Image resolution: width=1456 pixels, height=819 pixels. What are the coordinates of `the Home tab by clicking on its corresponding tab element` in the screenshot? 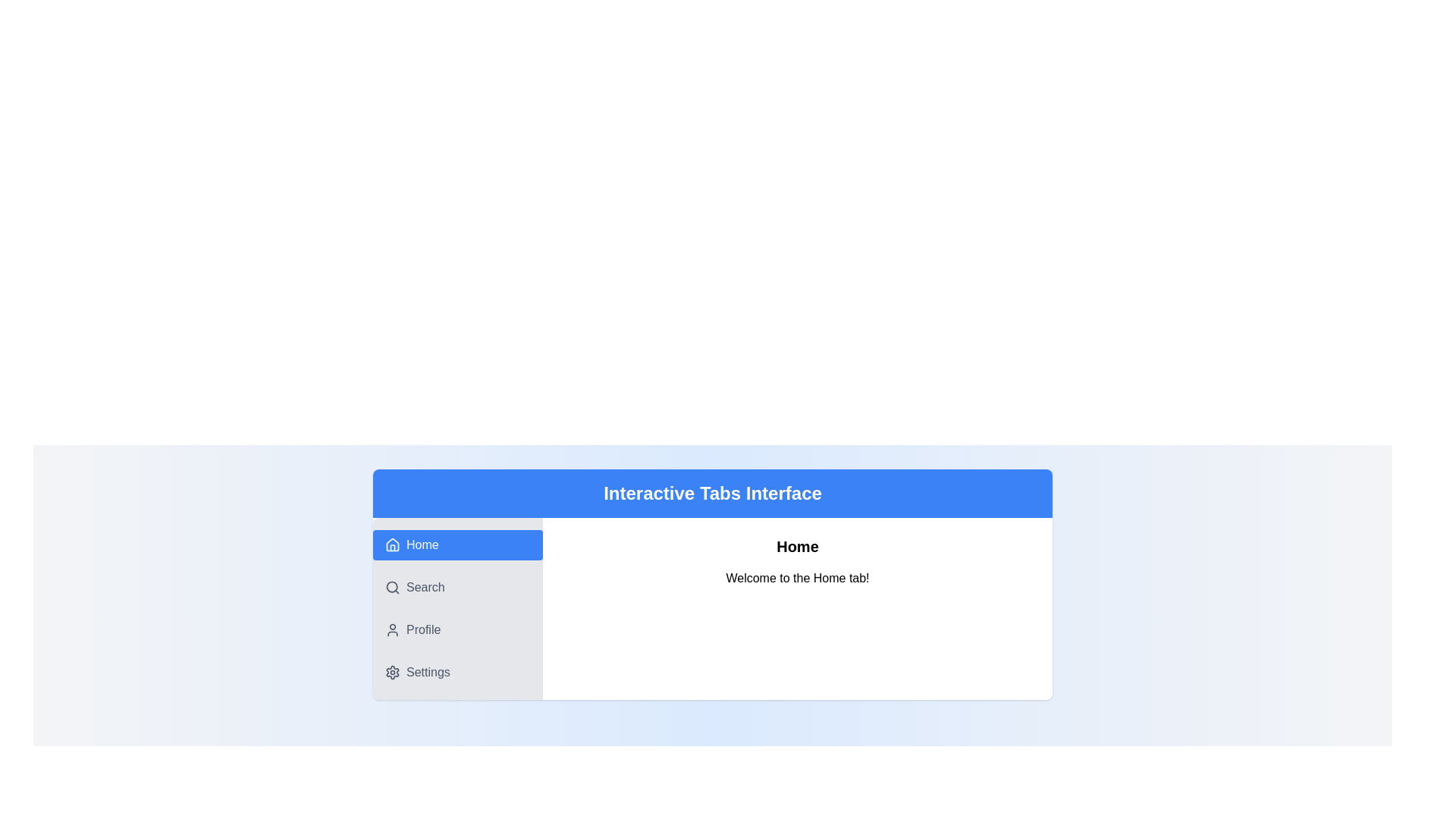 It's located at (457, 544).